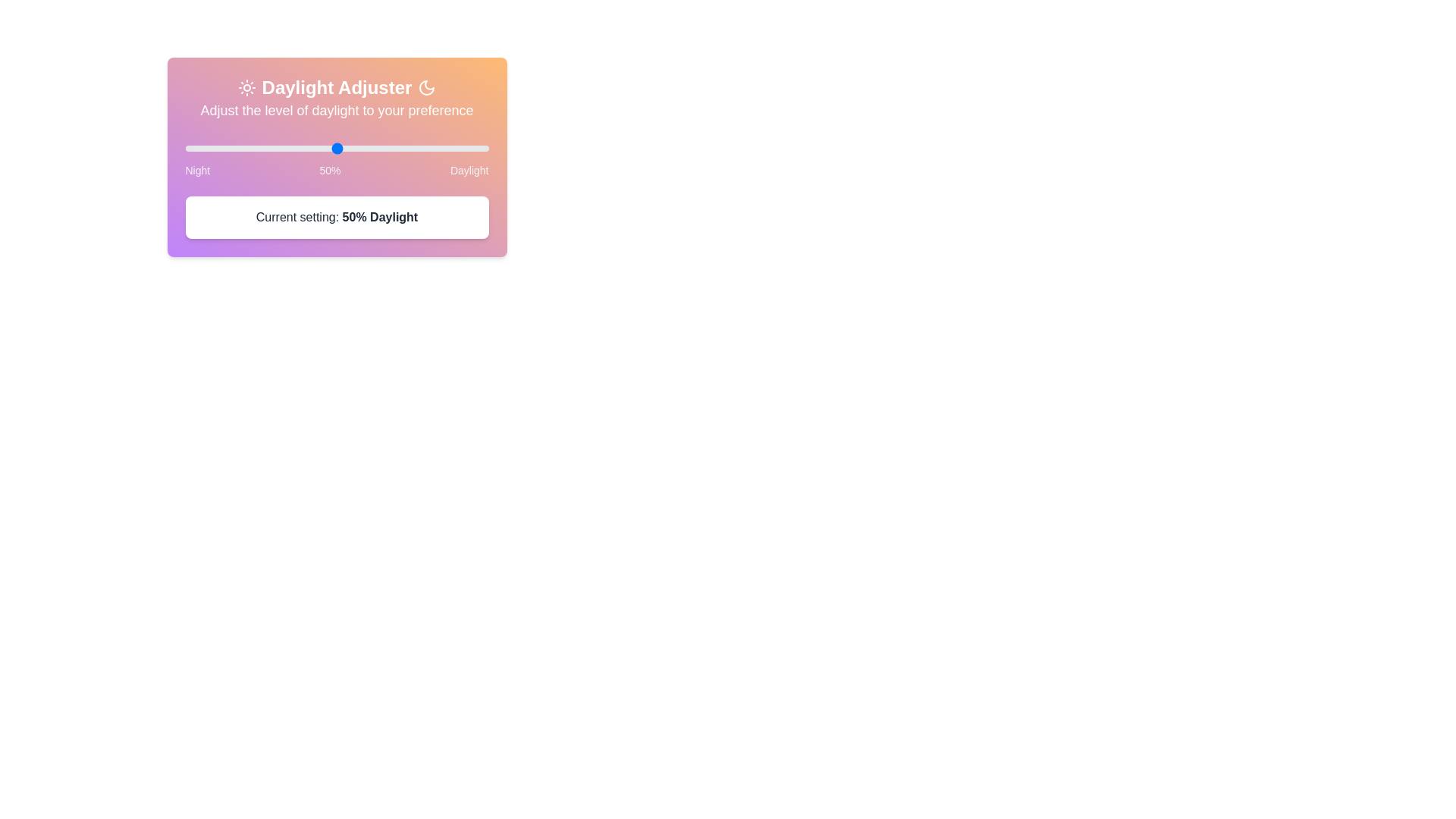  Describe the element at coordinates (184, 149) in the screenshot. I see `the slider to set the daylight level to 69%` at that location.